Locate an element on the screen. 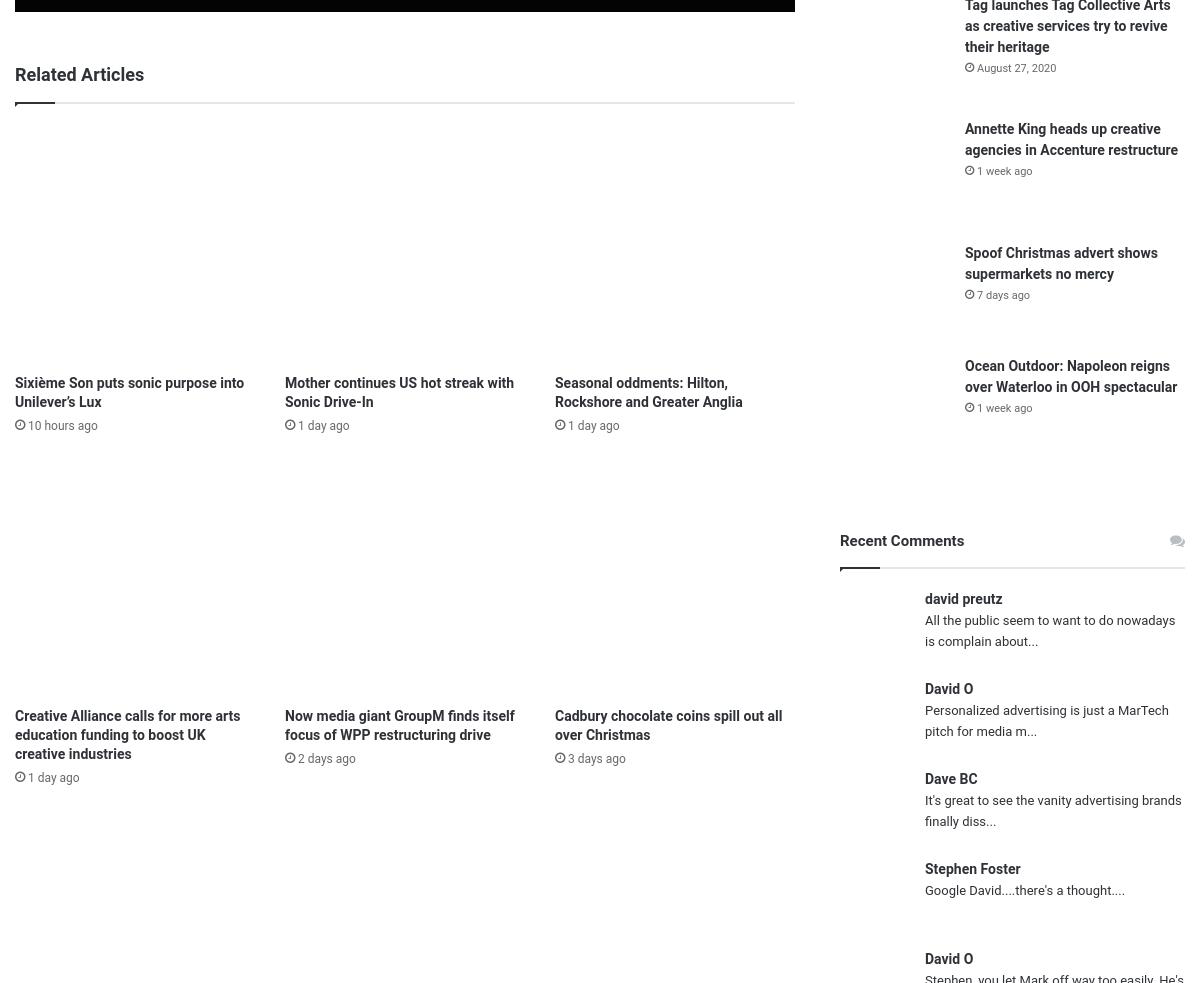 Image resolution: width=1200 pixels, height=983 pixels. 'It's great to see the vanity advertising brands finally diss...' is located at coordinates (1052, 808).